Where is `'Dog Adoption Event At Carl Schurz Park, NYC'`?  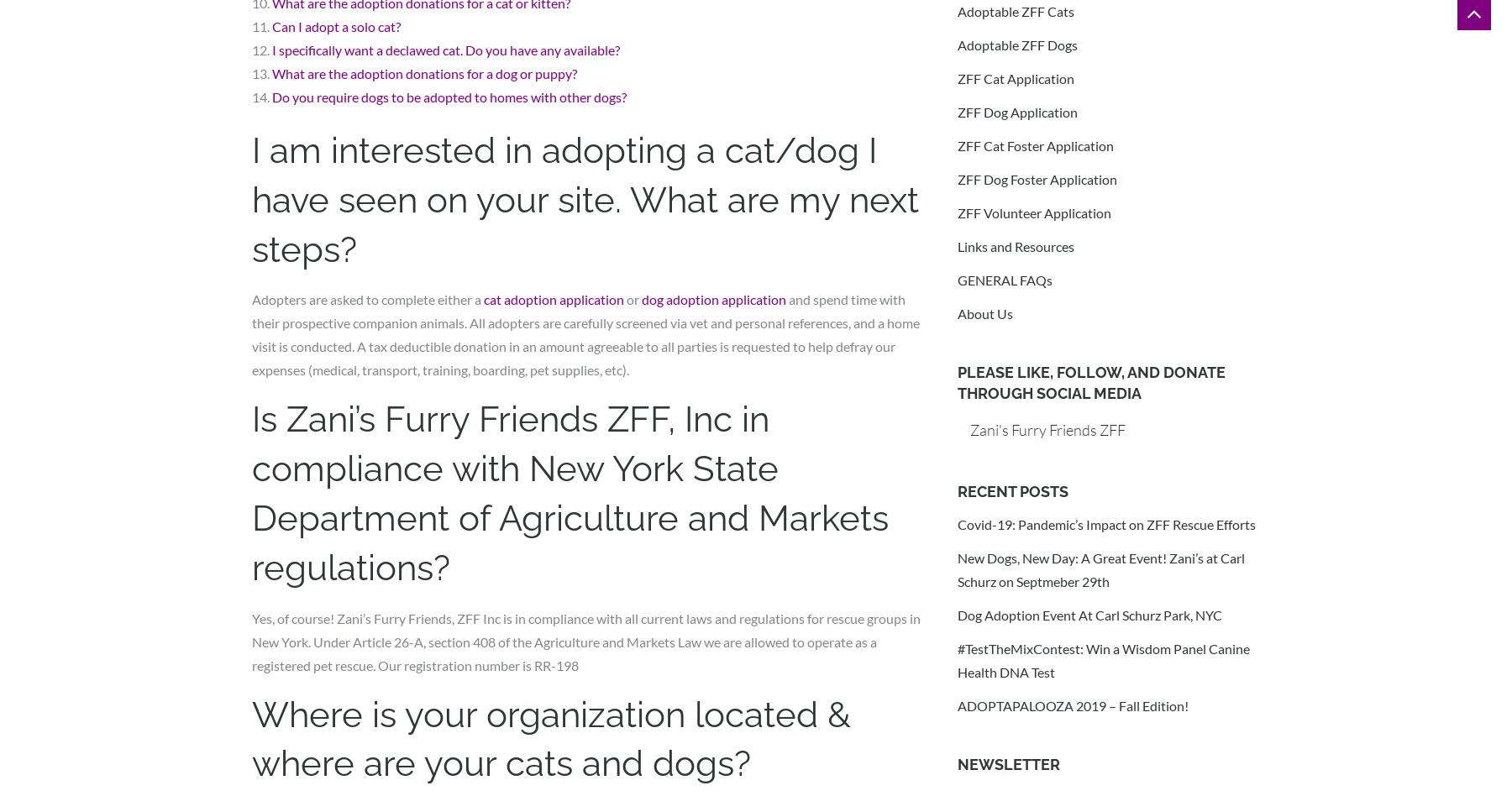 'Dog Adoption Event At Carl Schurz Park, NYC' is located at coordinates (1089, 614).